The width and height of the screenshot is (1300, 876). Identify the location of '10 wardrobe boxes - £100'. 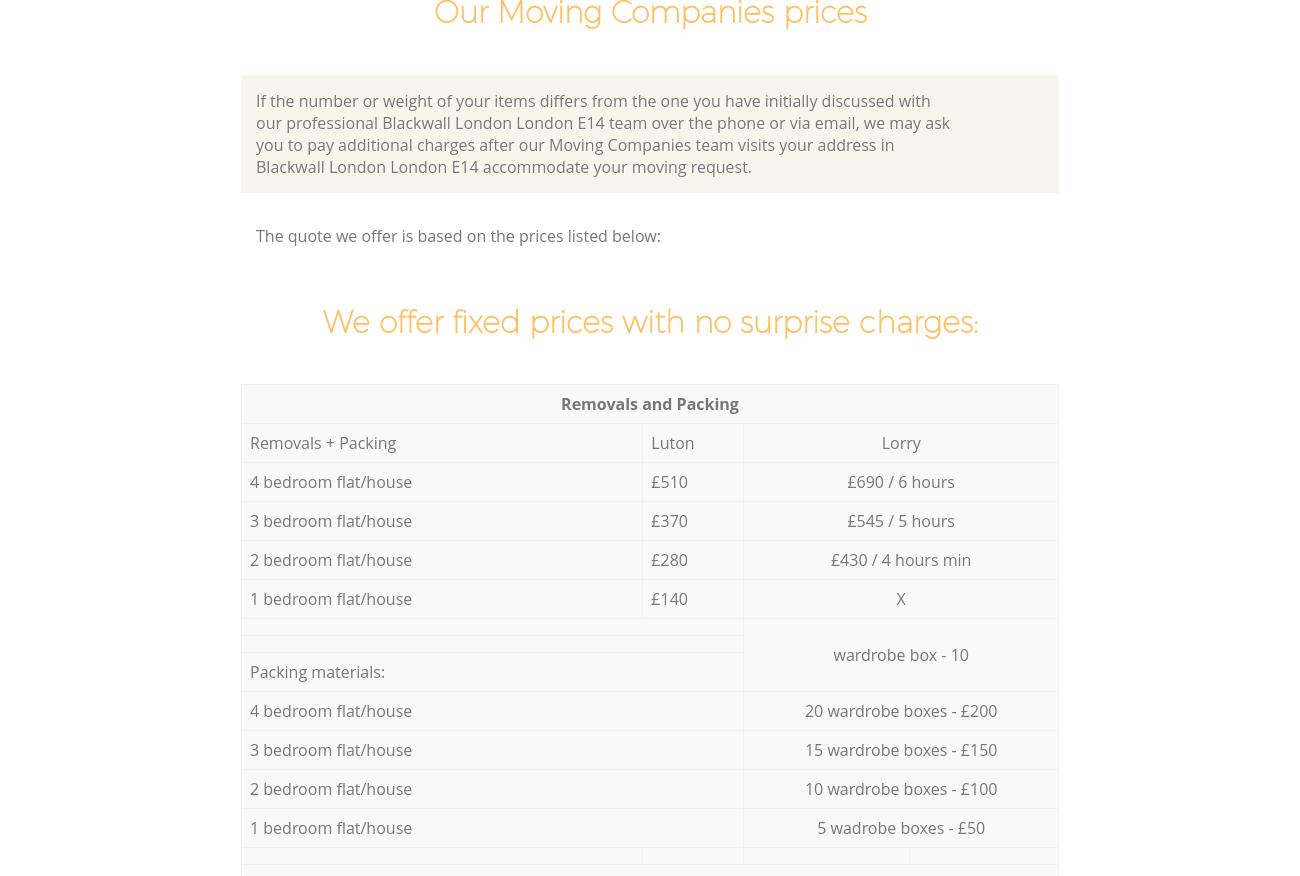
(899, 788).